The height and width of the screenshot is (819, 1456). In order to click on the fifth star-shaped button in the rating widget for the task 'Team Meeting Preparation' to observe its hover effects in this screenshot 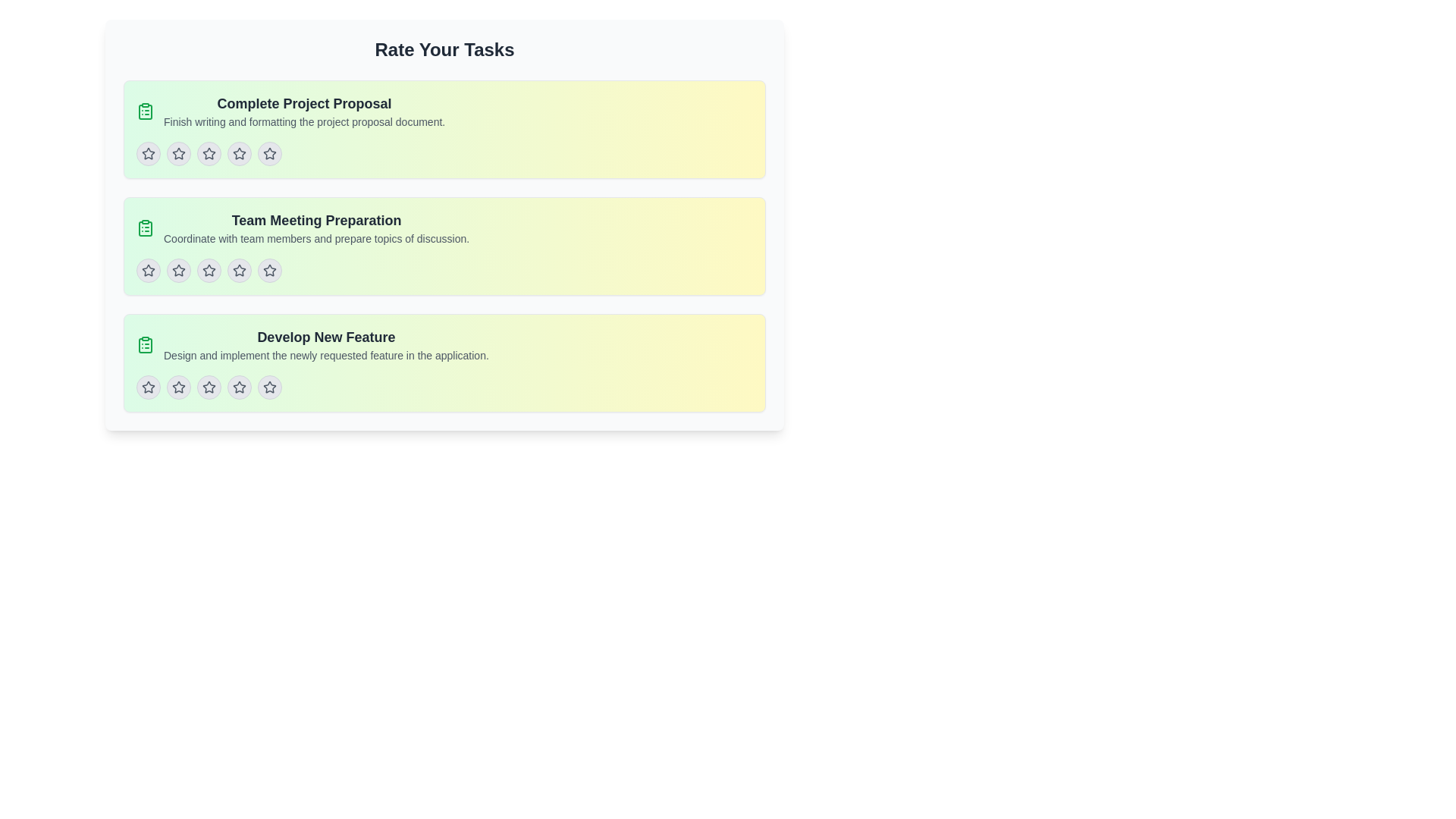, I will do `click(269, 270)`.